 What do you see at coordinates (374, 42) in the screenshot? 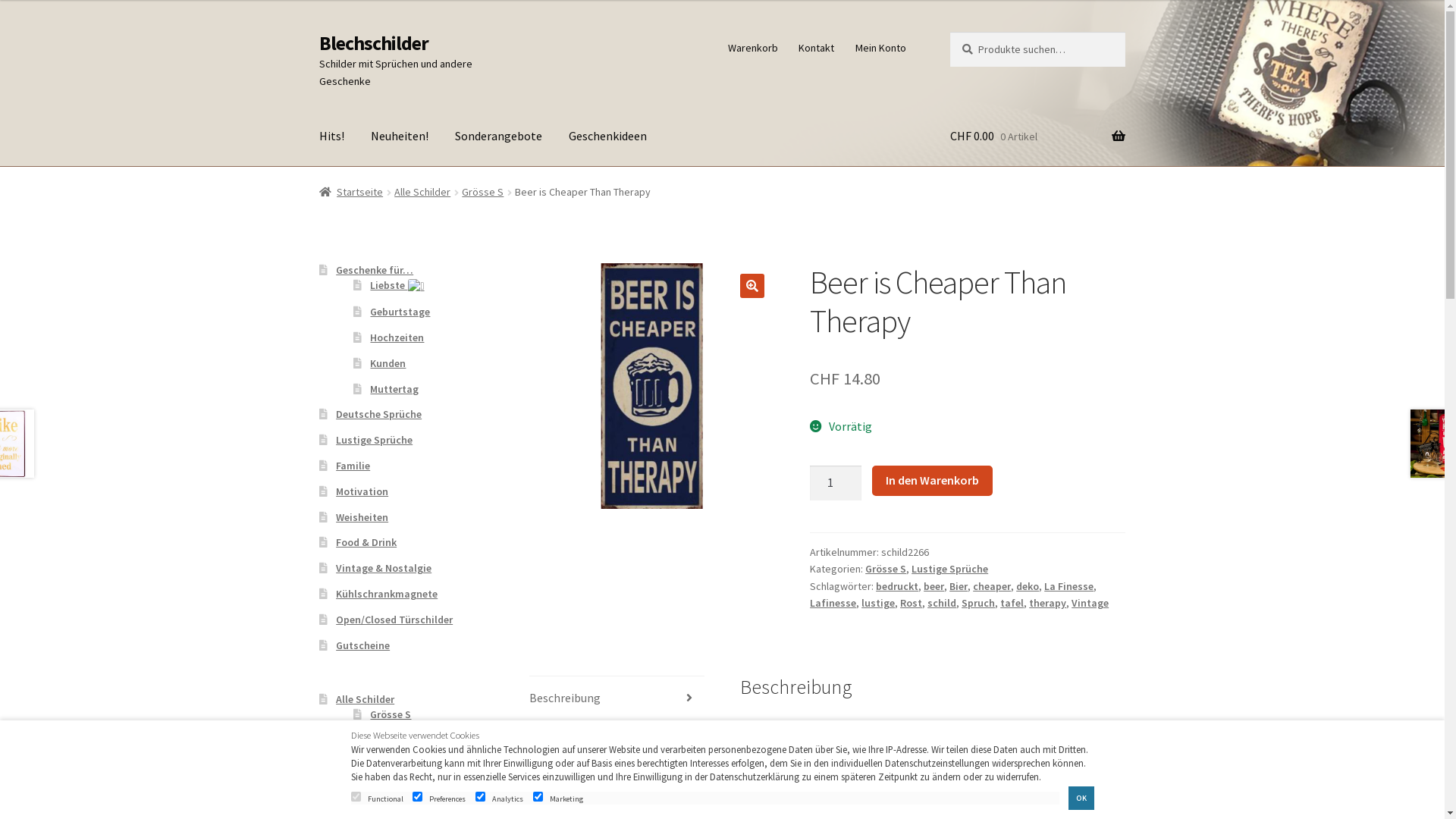
I see `'Blechschilder'` at bounding box center [374, 42].